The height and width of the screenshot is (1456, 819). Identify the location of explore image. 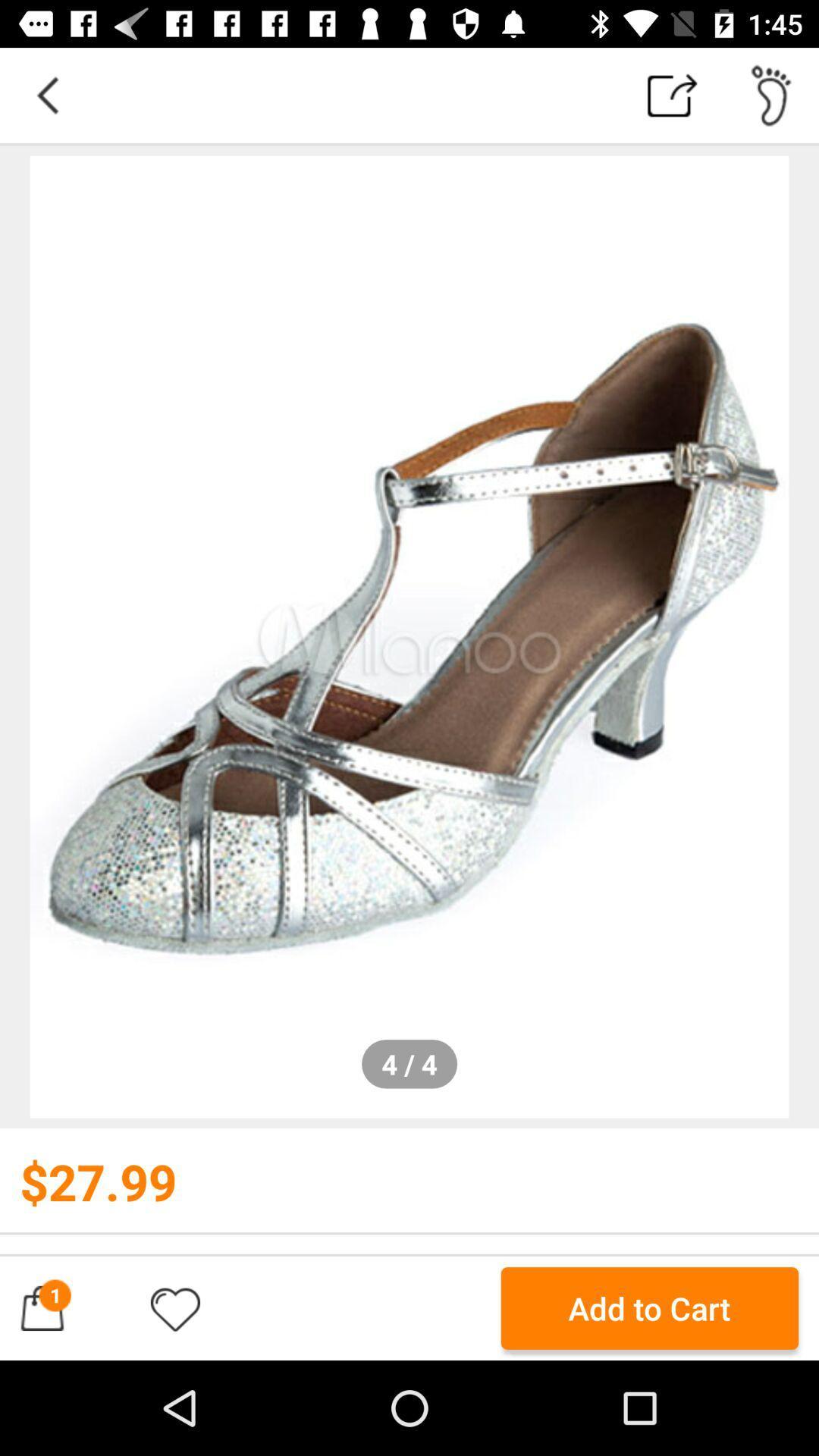
(409, 637).